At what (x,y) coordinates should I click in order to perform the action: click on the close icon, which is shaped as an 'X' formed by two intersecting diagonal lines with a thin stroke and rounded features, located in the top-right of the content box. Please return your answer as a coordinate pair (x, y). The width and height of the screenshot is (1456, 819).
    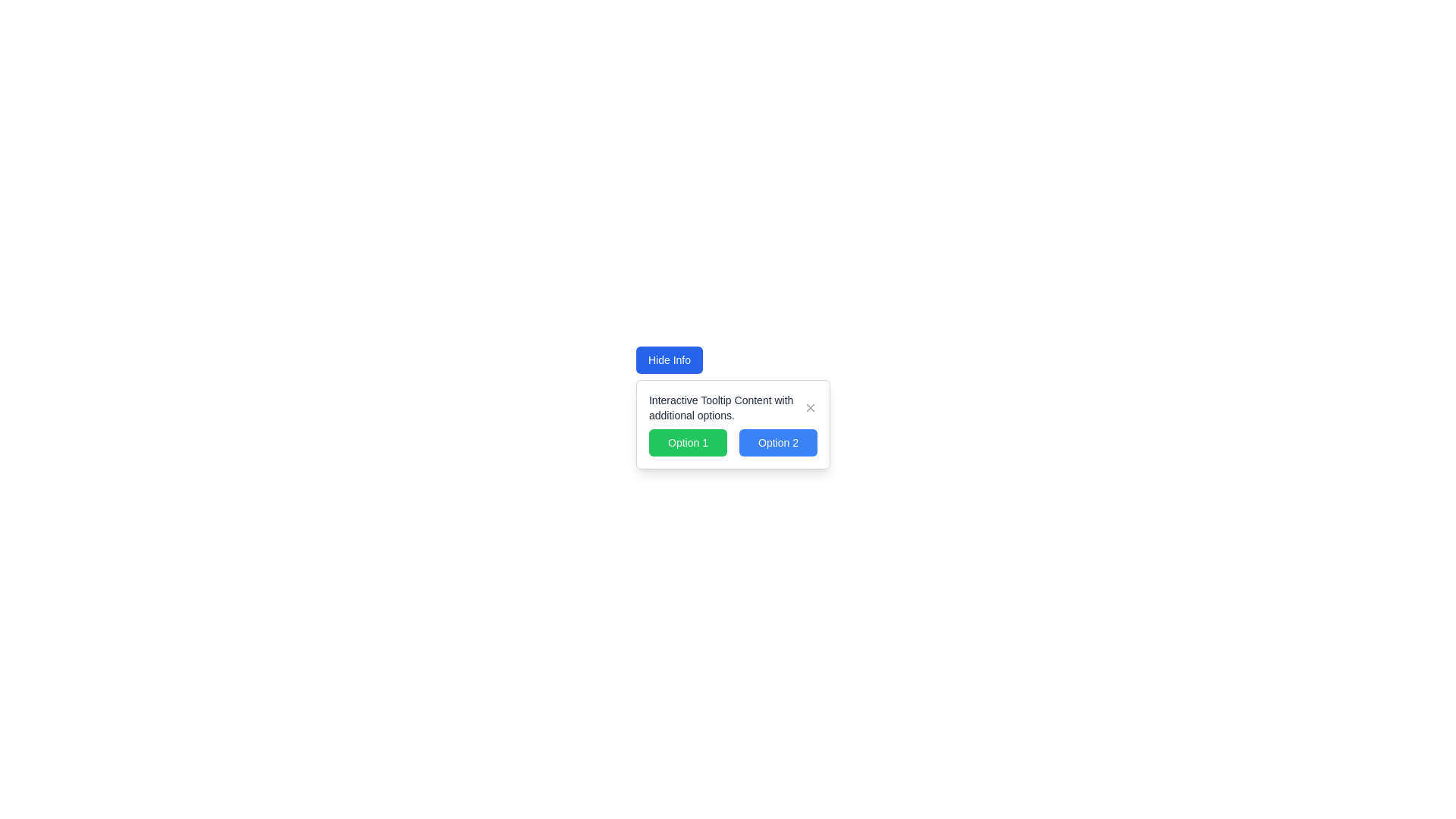
    Looking at the image, I should click on (810, 406).